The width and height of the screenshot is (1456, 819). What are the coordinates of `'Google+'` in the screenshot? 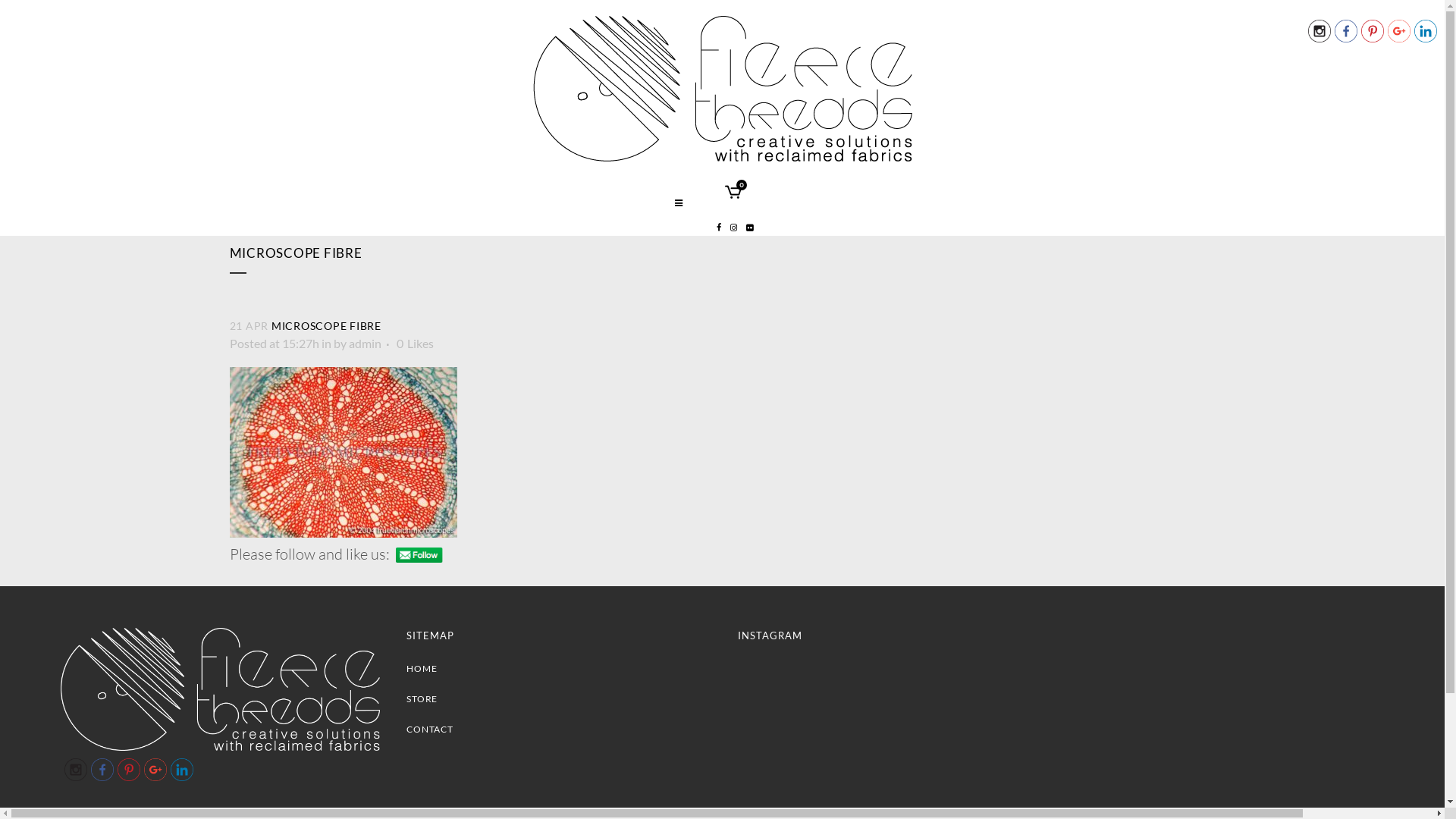 It's located at (155, 769).